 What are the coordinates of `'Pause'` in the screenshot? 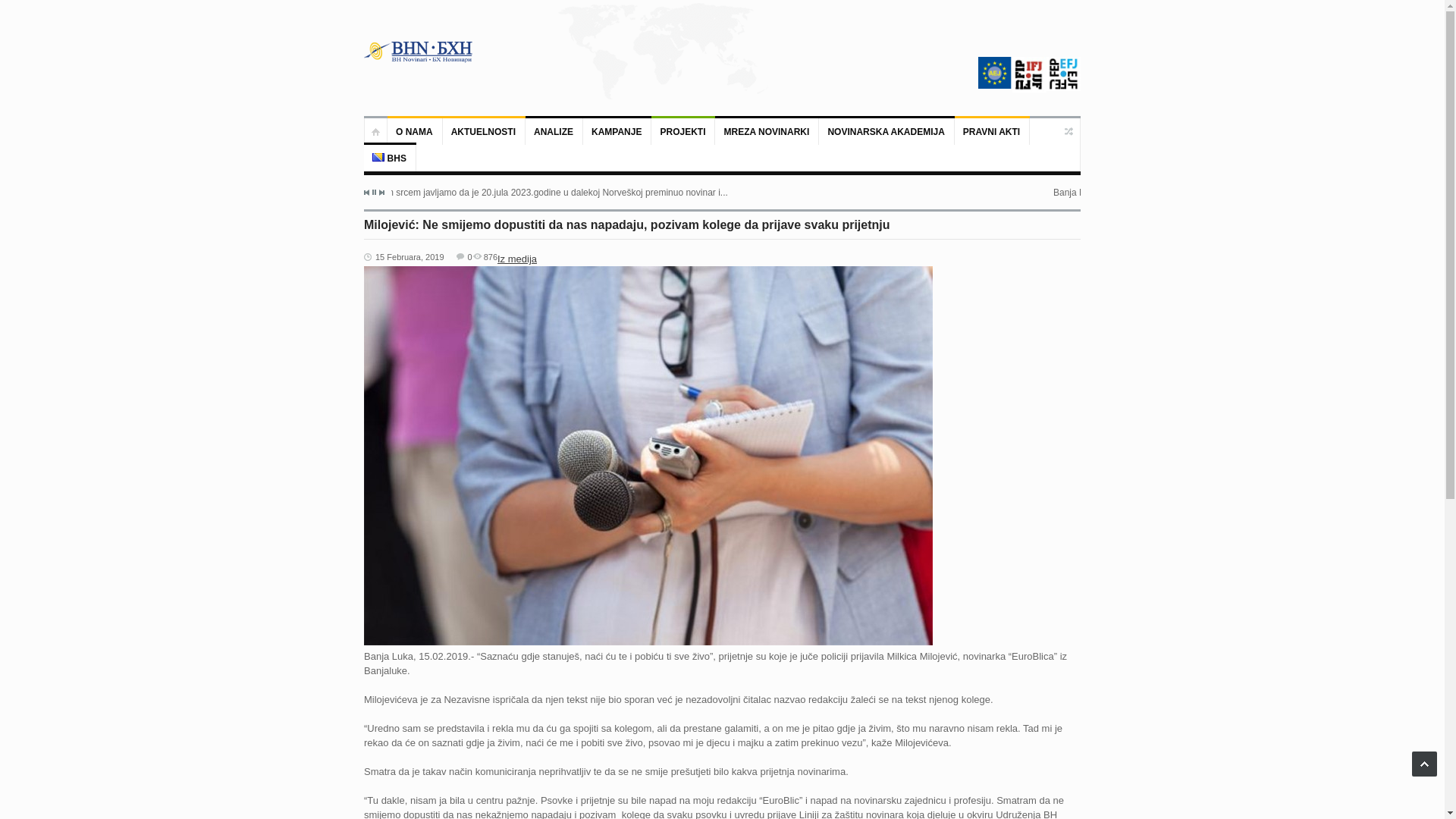 It's located at (372, 191).